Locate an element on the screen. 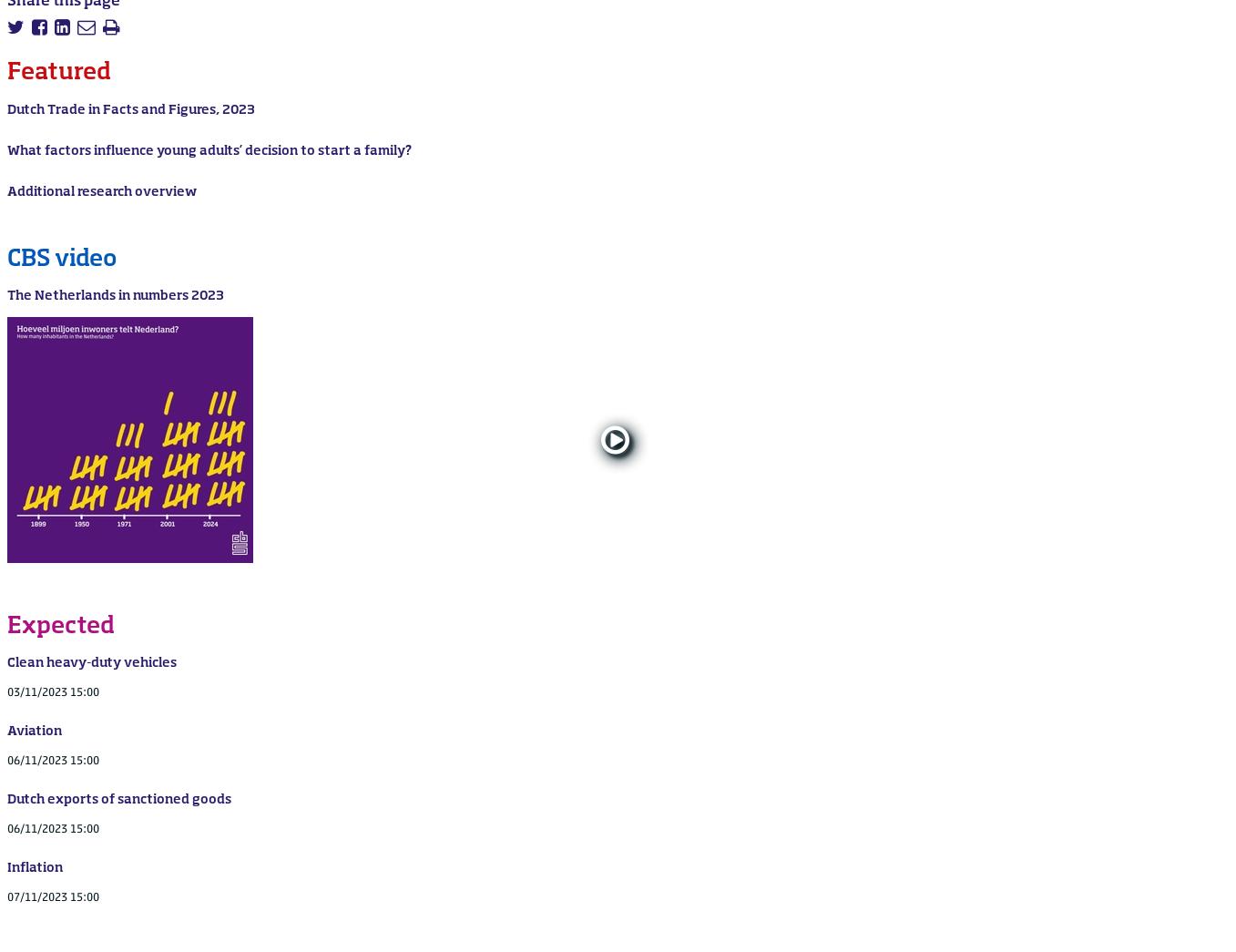 The height and width of the screenshot is (952, 1236). '03/11/2023 15:00' is located at coordinates (53, 691).